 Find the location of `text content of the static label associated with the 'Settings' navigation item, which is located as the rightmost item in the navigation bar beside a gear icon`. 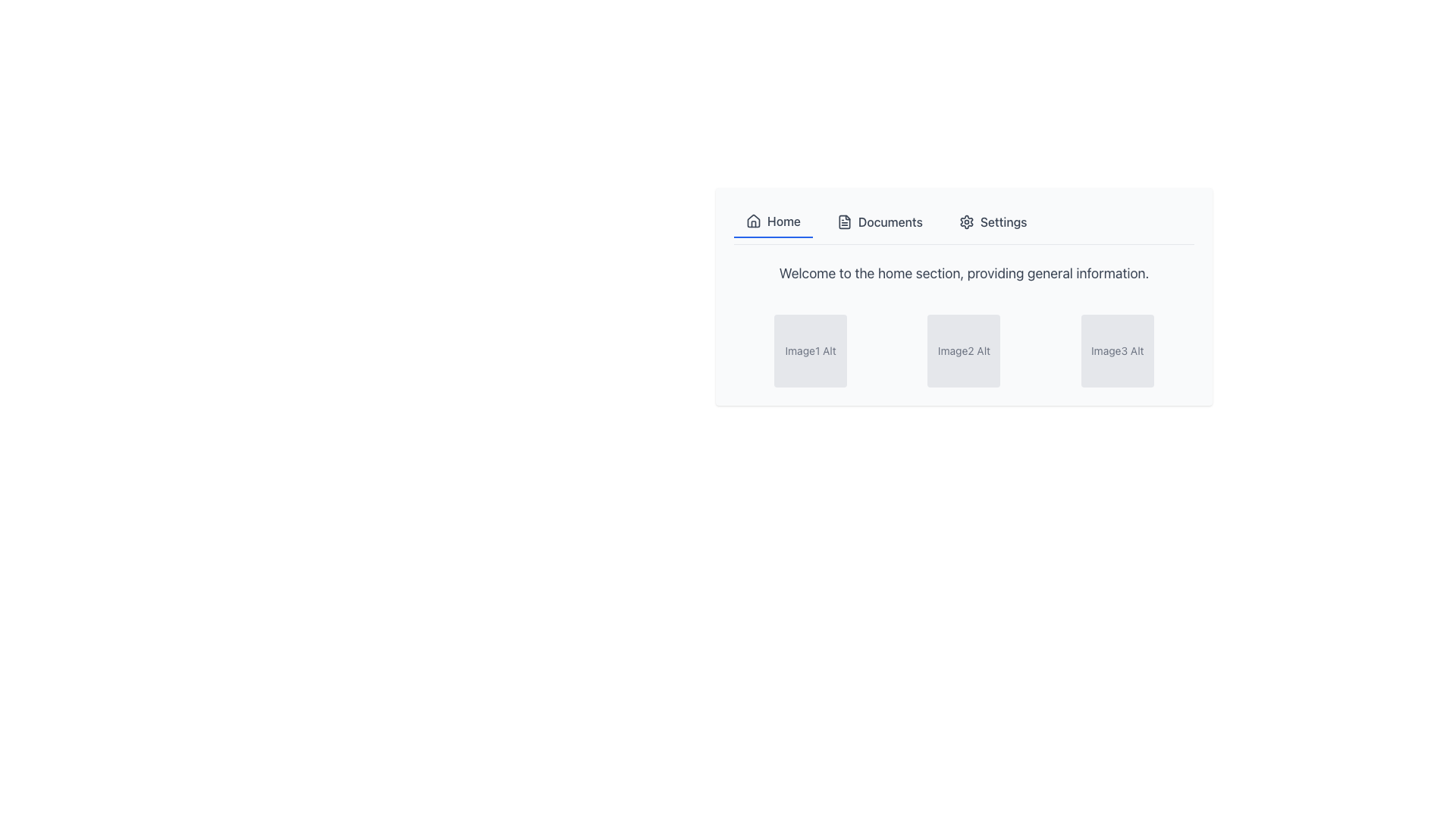

text content of the static label associated with the 'Settings' navigation item, which is located as the rightmost item in the navigation bar beside a gear icon is located at coordinates (1003, 222).